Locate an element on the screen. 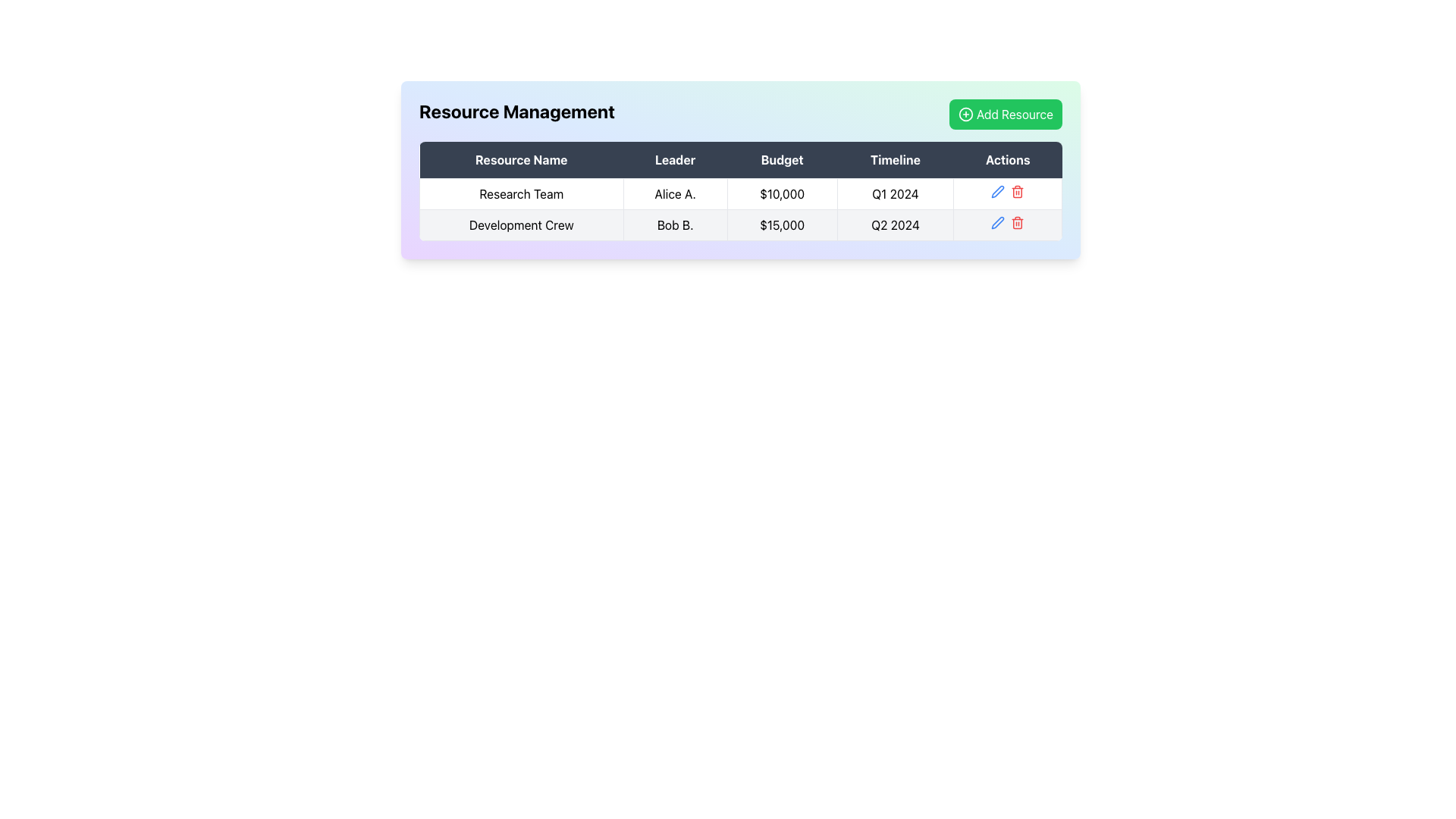 This screenshot has width=1456, height=819. the table header indicating budget information, located in the third column between 'Leader' and 'Timeline' is located at coordinates (782, 160).